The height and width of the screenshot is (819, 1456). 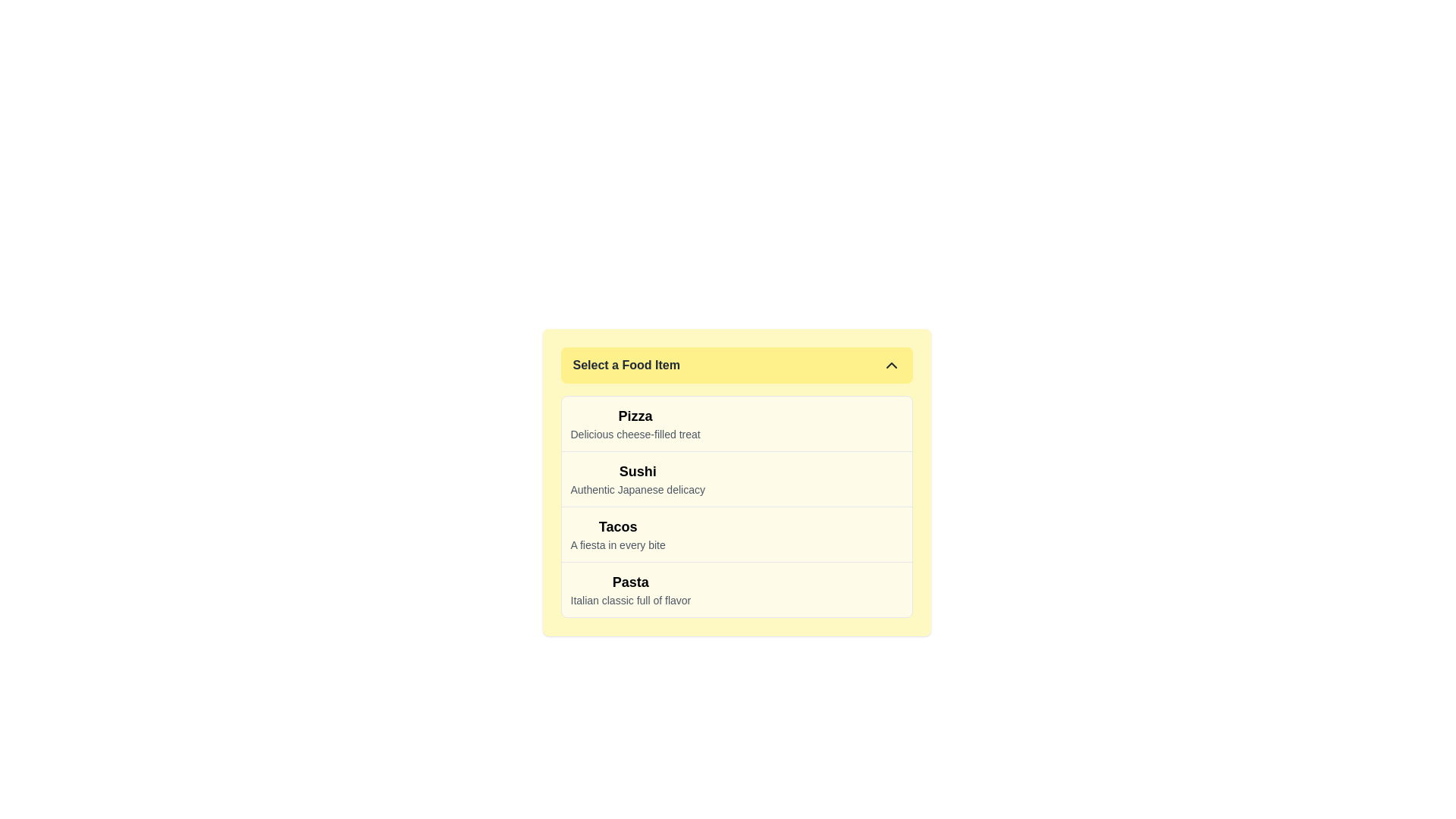 I want to click on the dropdown button labeled 'Select a Food Item' with a yellow background and rounded corners to interact with the keyboard, so click(x=736, y=366).